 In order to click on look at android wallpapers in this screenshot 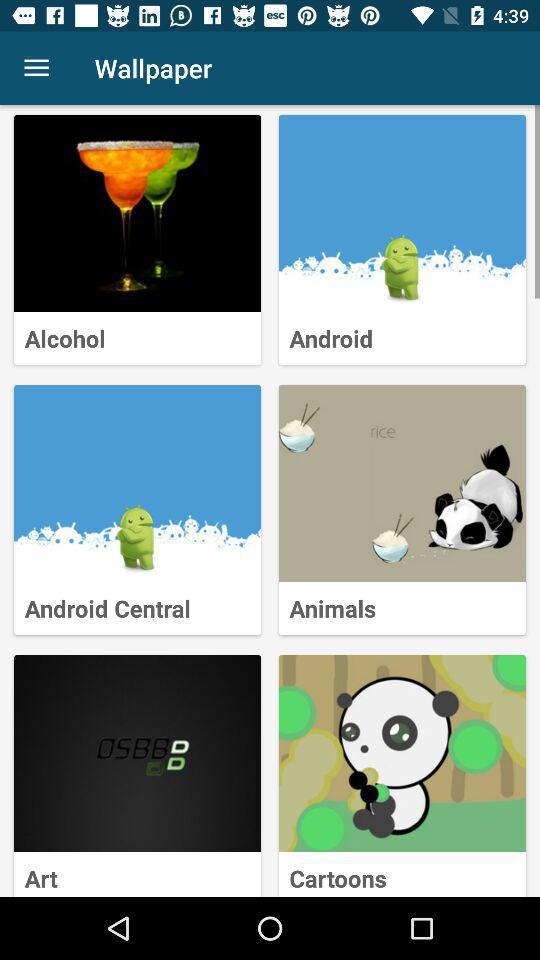, I will do `click(402, 213)`.